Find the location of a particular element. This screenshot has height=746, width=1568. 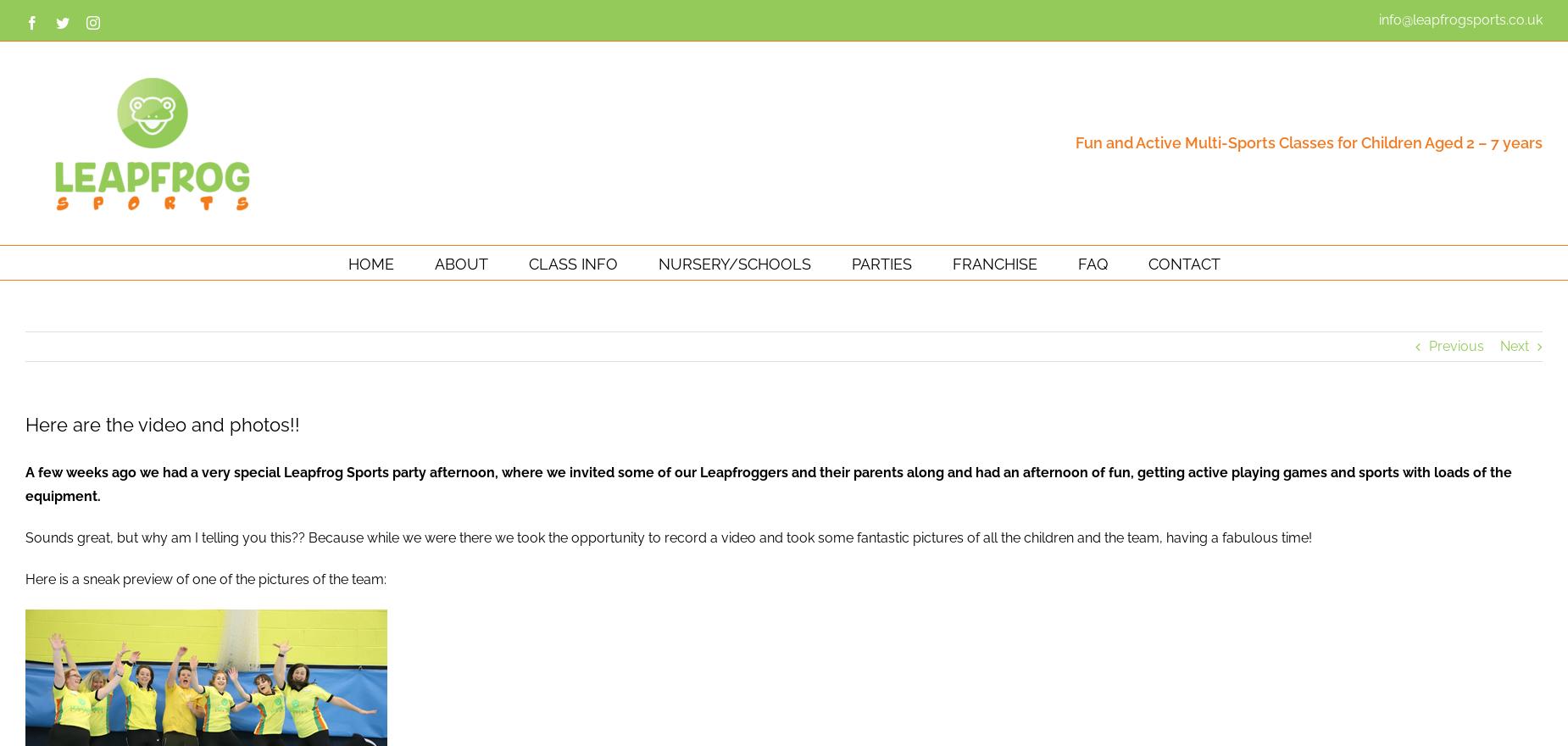

'PARTIES' is located at coordinates (880, 262).